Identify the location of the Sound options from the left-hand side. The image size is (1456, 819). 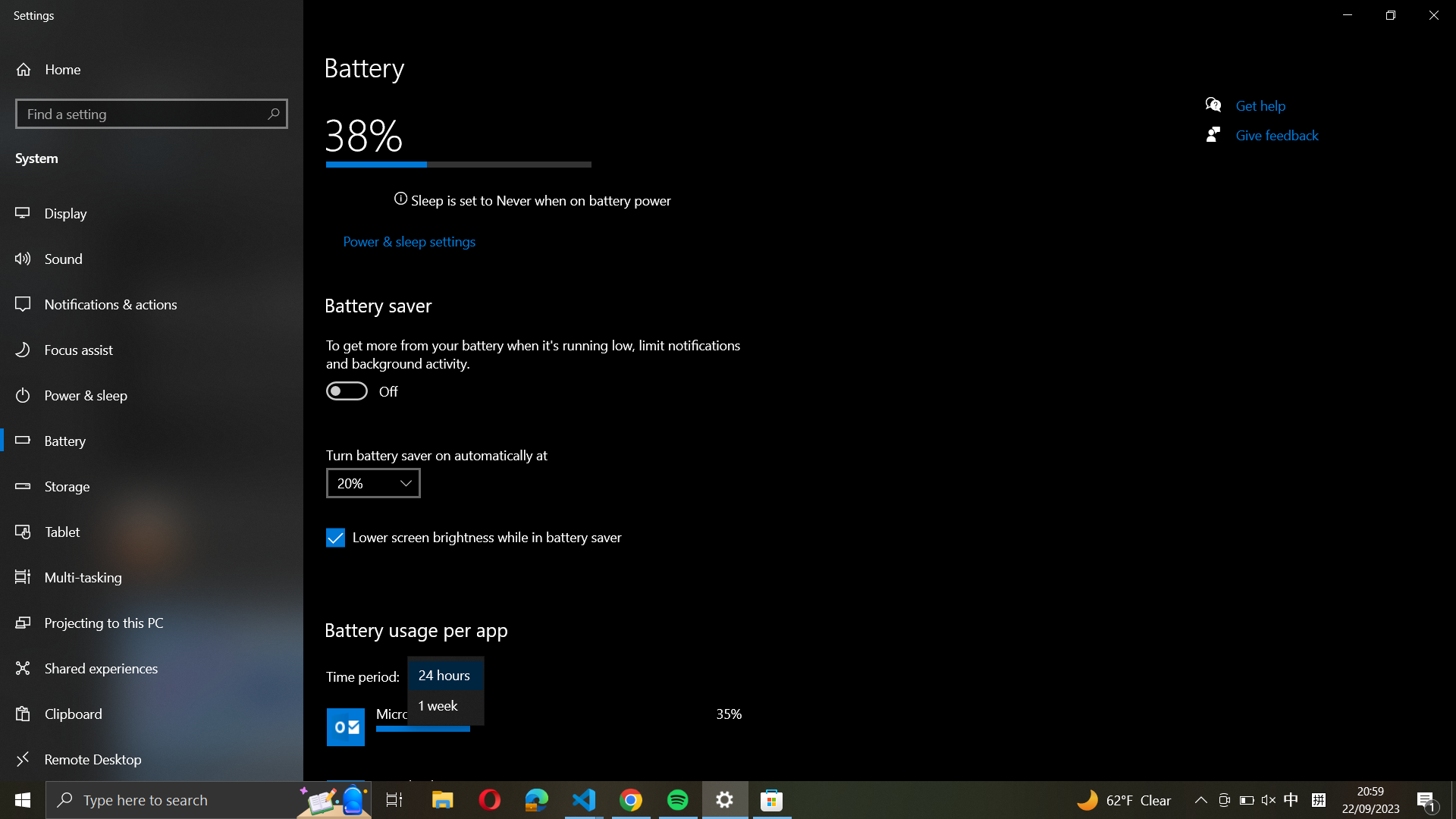
(152, 257).